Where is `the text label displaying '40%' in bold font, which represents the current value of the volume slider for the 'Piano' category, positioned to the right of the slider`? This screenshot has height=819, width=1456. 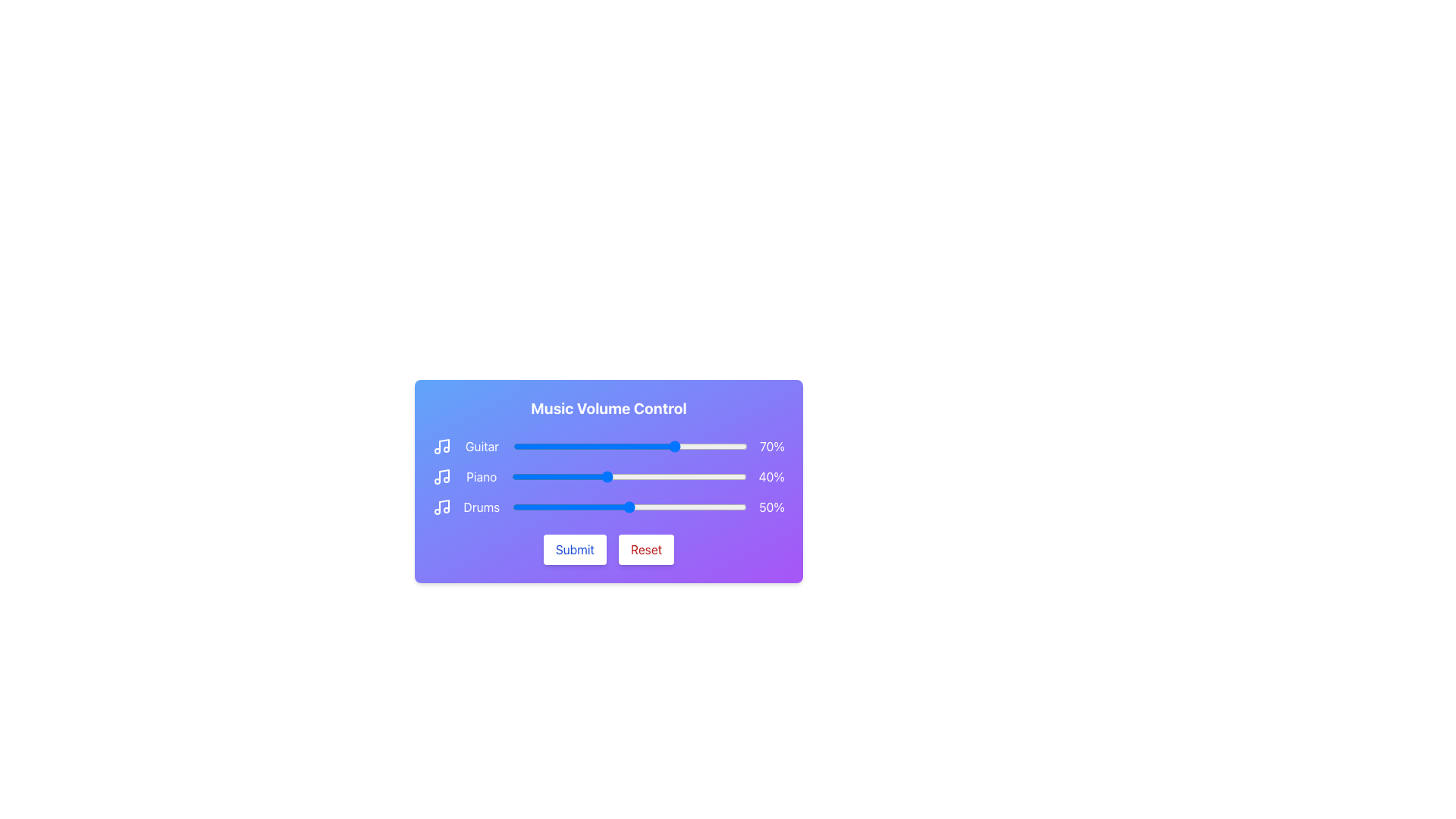
the text label displaying '40%' in bold font, which represents the current value of the volume slider for the 'Piano' category, positioned to the right of the slider is located at coordinates (771, 475).